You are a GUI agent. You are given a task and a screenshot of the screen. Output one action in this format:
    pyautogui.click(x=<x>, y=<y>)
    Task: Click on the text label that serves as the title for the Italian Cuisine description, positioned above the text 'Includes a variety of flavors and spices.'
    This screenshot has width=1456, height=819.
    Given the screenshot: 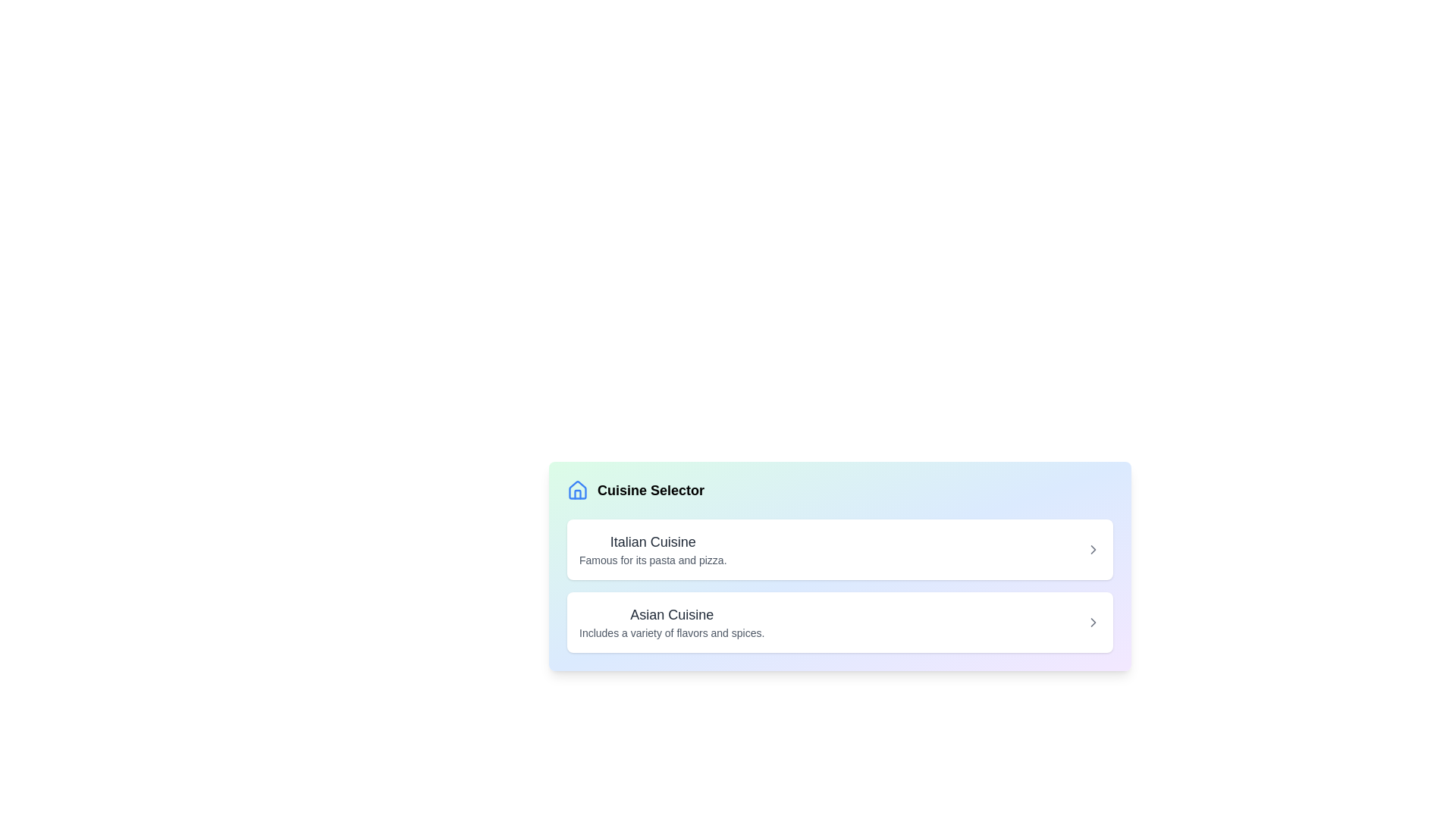 What is the action you would take?
    pyautogui.click(x=671, y=614)
    